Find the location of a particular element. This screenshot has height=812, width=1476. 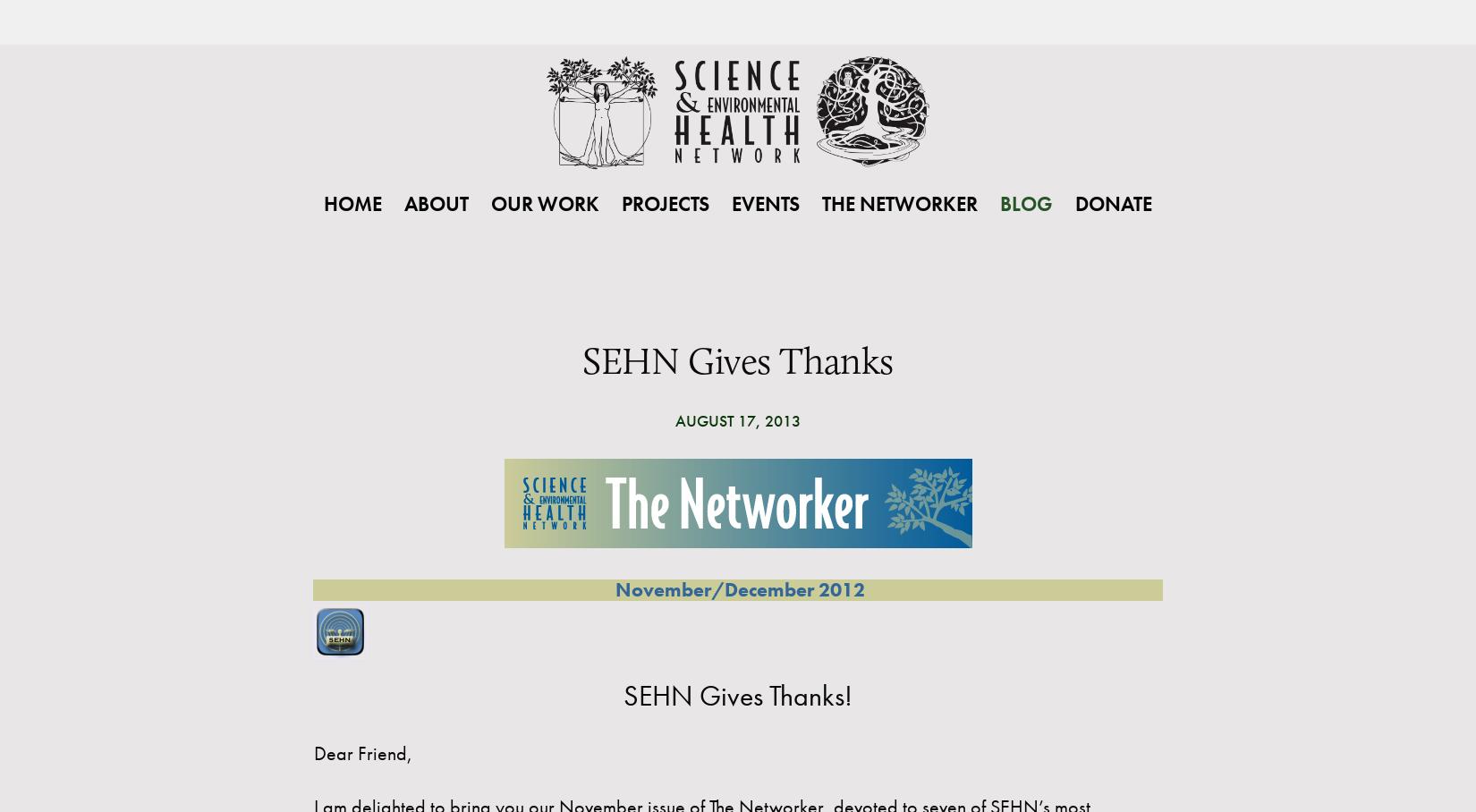

'SEHN Gives Thanks!' is located at coordinates (622, 694).